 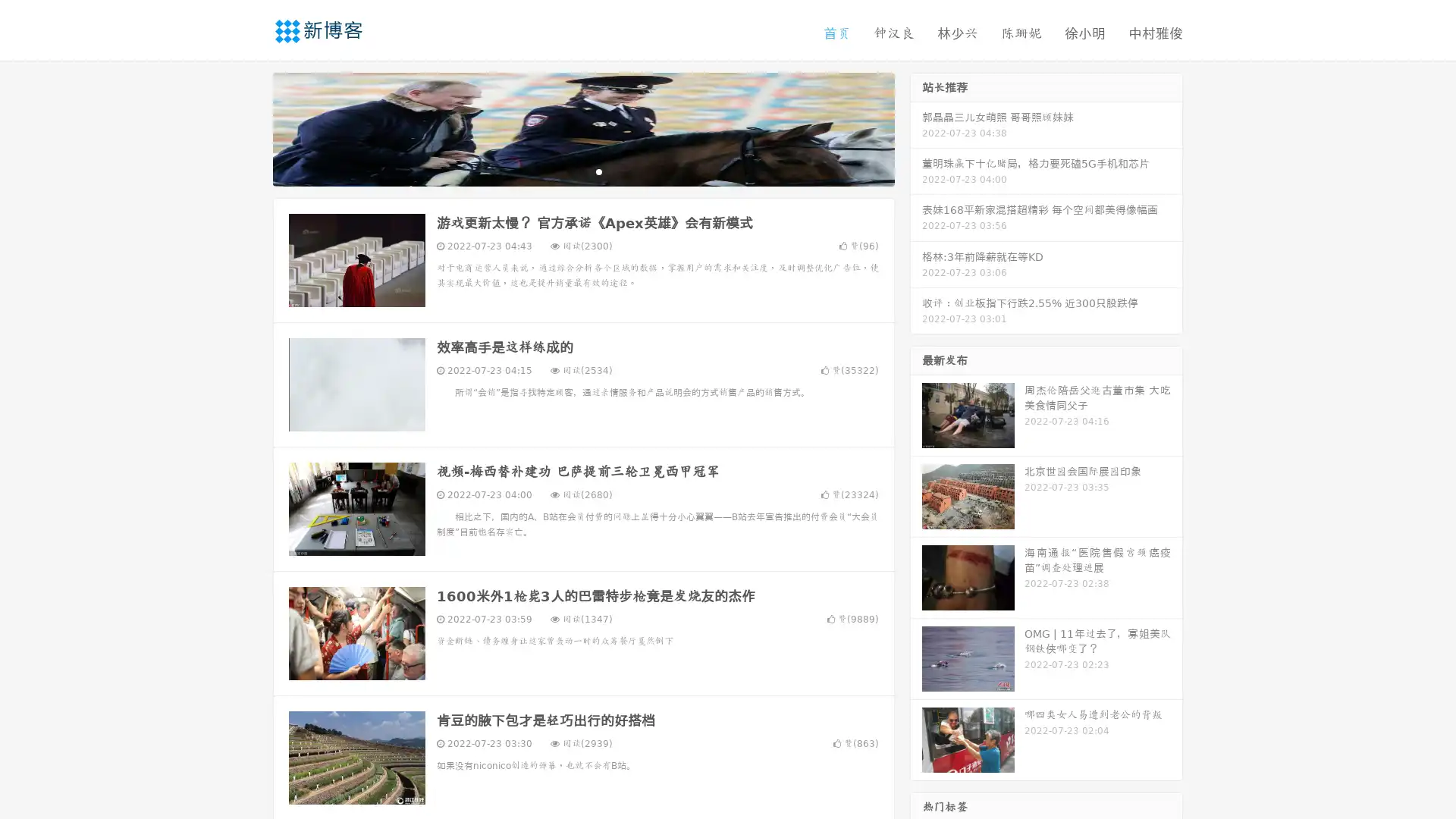 What do you see at coordinates (598, 171) in the screenshot?
I see `Go to slide 3` at bounding box center [598, 171].